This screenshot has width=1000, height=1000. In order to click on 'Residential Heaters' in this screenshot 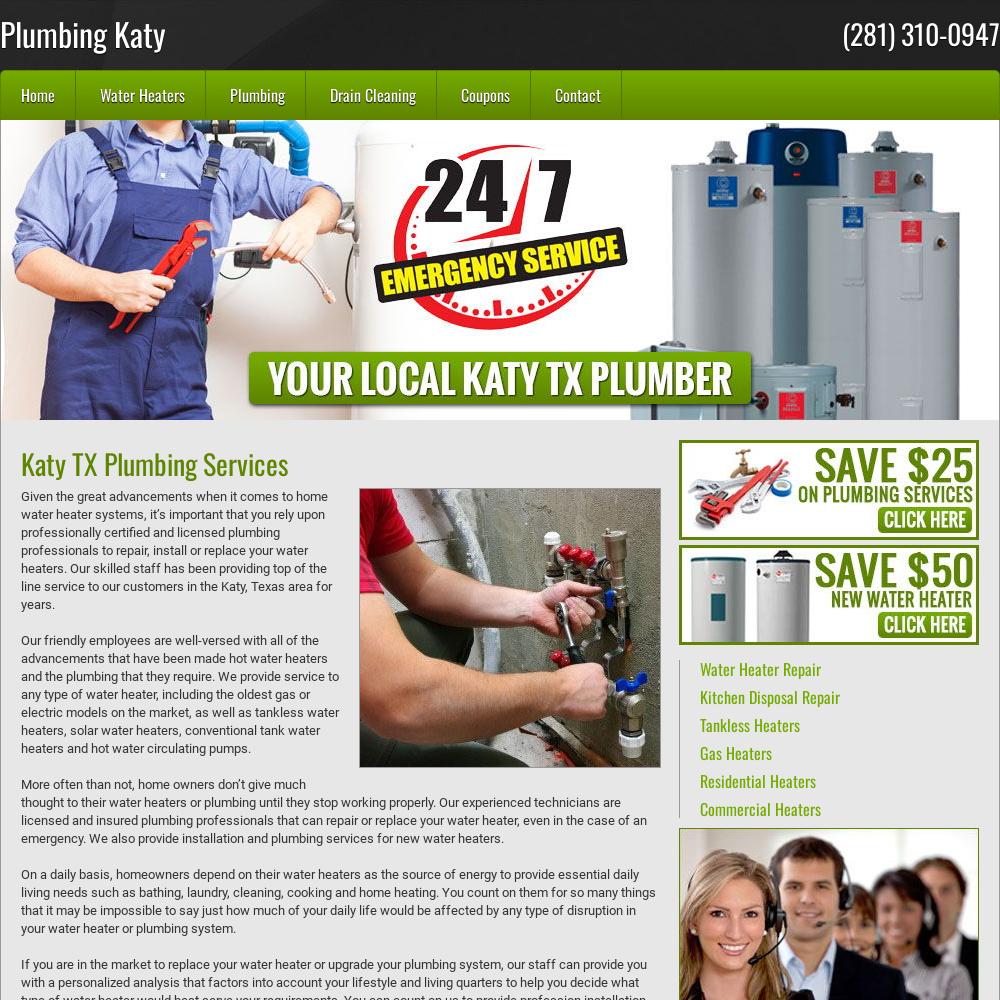, I will do `click(758, 781)`.